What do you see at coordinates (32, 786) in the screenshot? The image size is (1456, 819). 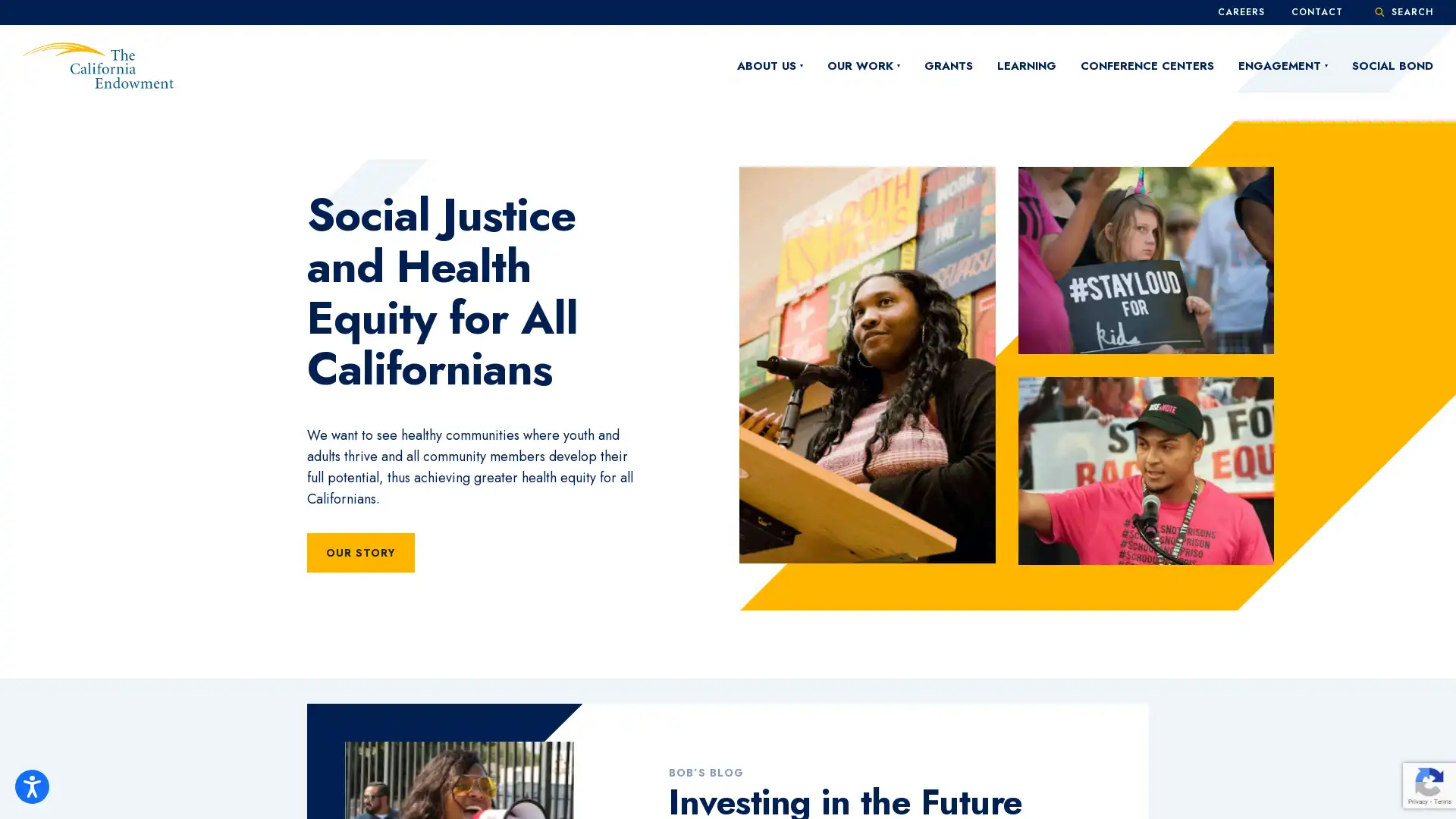 I see `Open accessibility options, statement and help` at bounding box center [32, 786].